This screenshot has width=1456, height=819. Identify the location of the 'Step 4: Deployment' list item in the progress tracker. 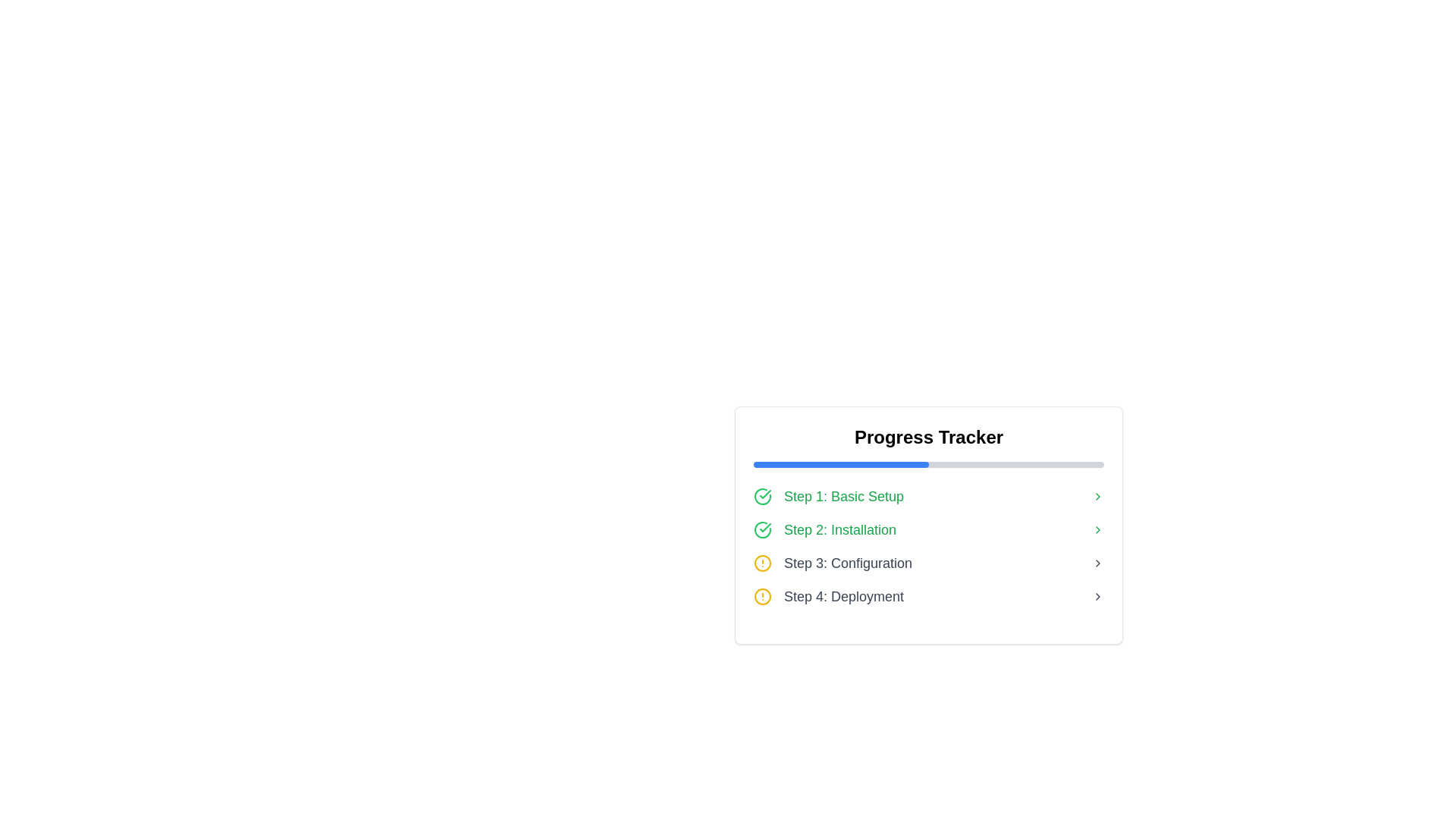
(927, 595).